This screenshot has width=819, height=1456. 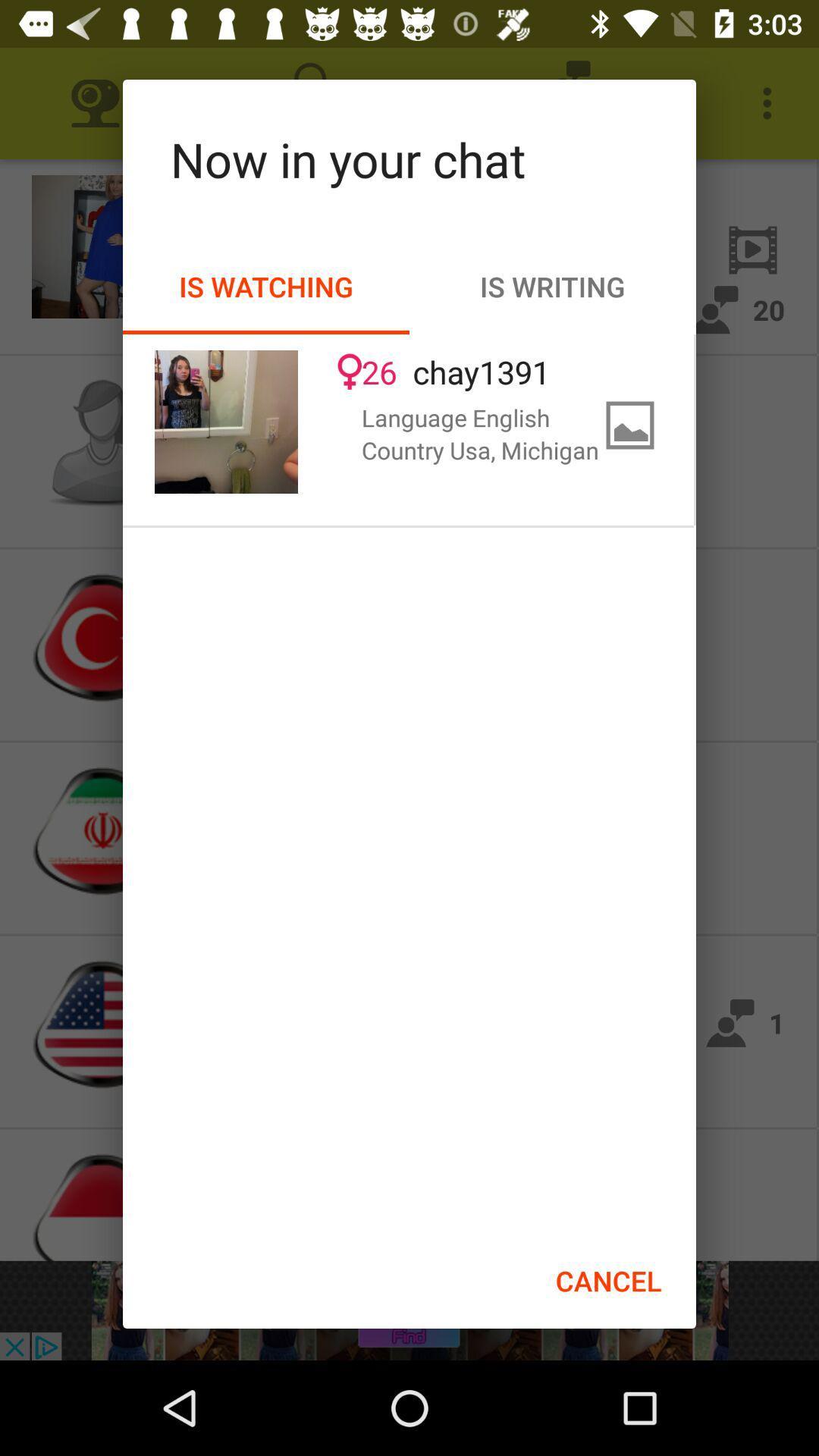 I want to click on cancel, so click(x=607, y=1280).